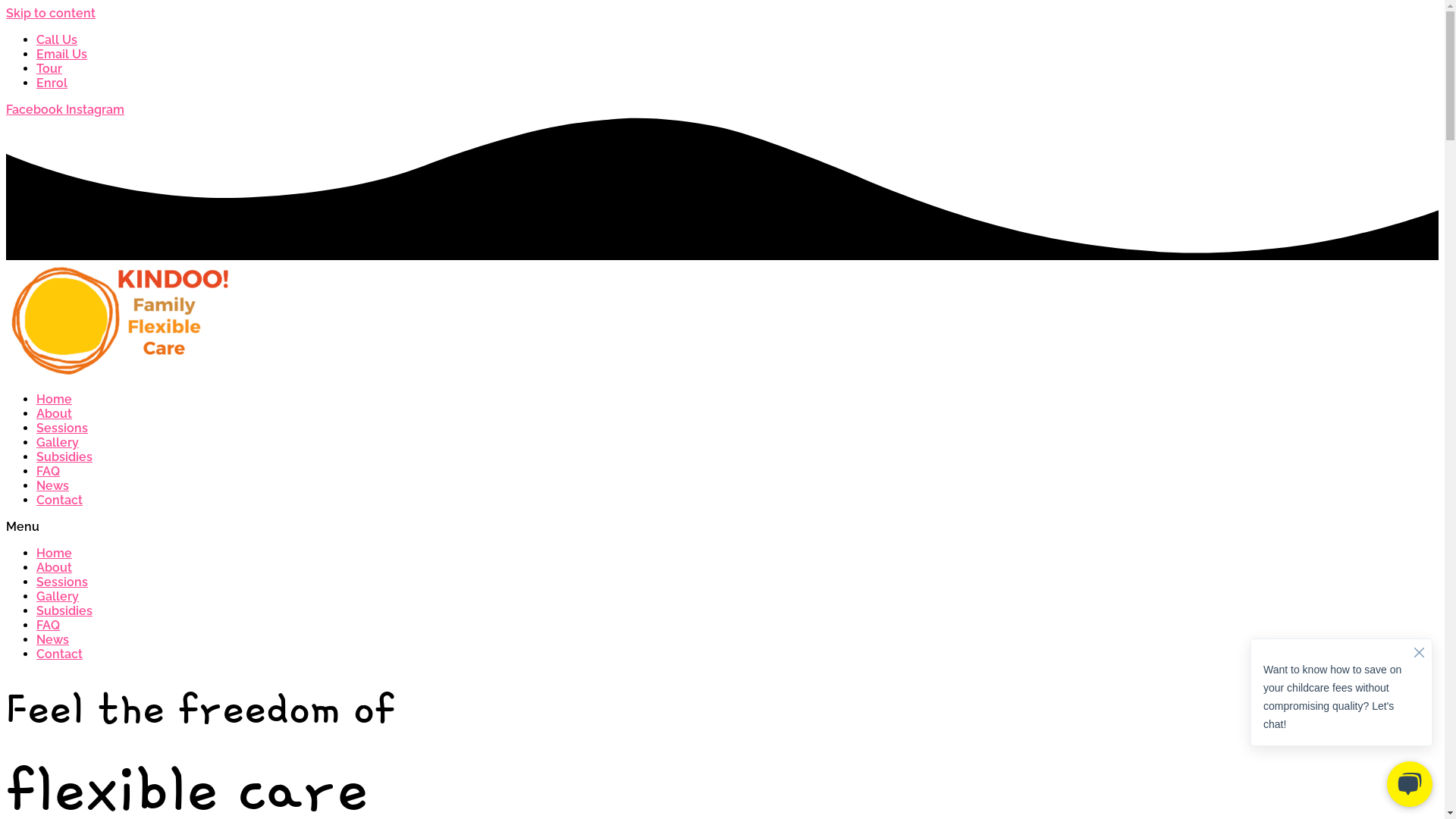  Describe the element at coordinates (48, 470) in the screenshot. I see `'FAQ'` at that location.